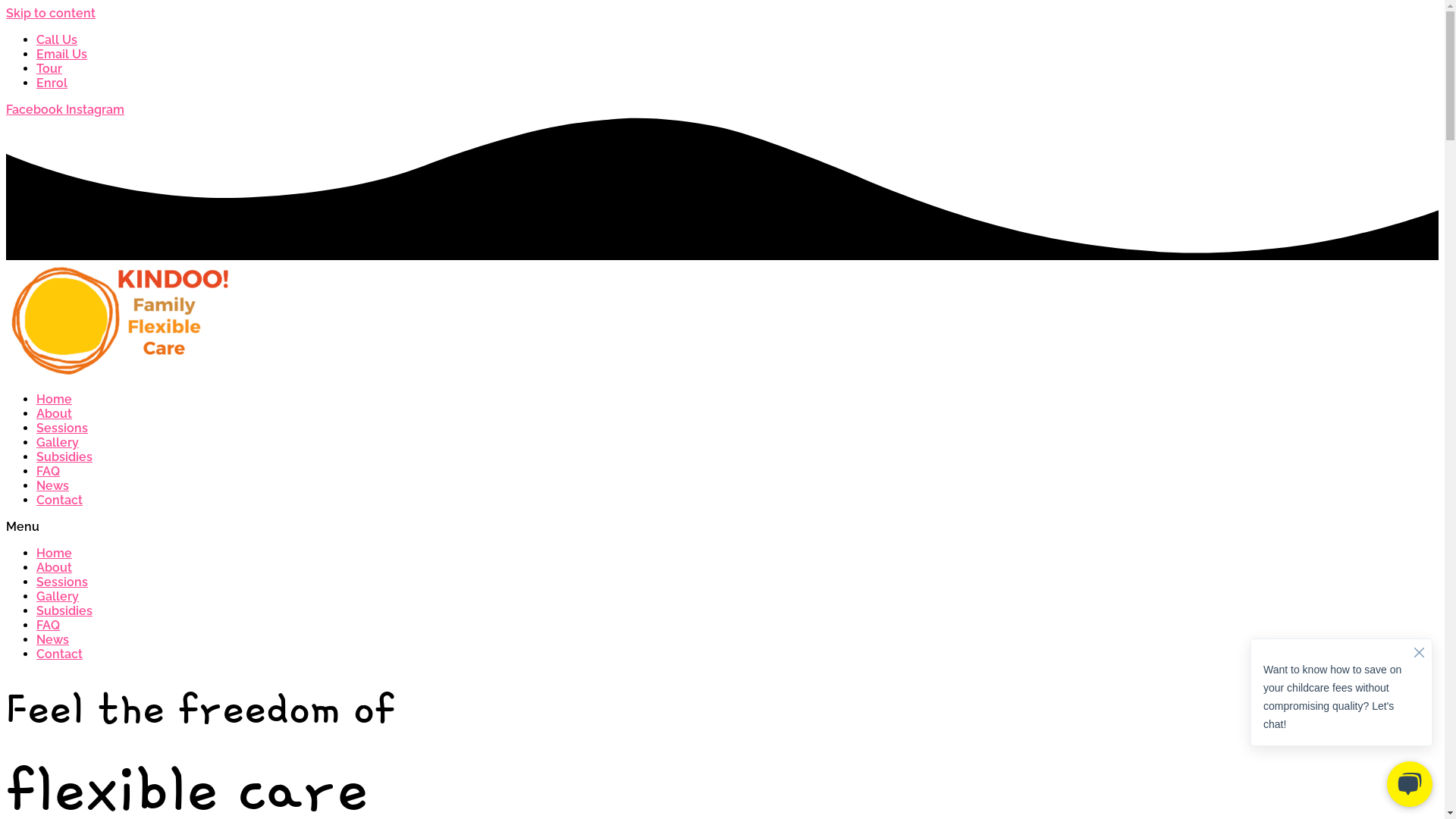  Describe the element at coordinates (48, 470) in the screenshot. I see `'FAQ'` at that location.